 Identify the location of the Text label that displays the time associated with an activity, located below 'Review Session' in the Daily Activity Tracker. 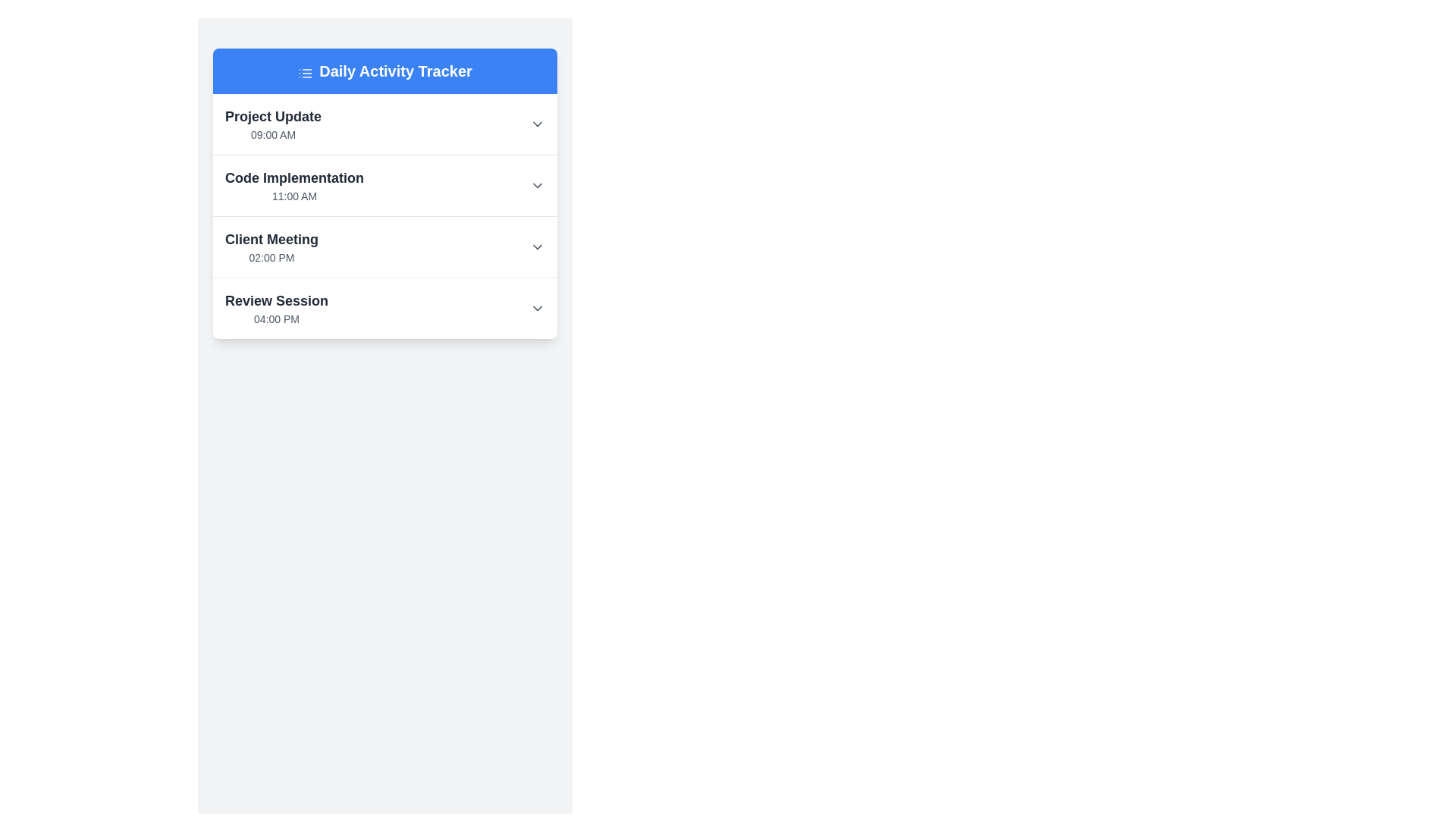
(276, 318).